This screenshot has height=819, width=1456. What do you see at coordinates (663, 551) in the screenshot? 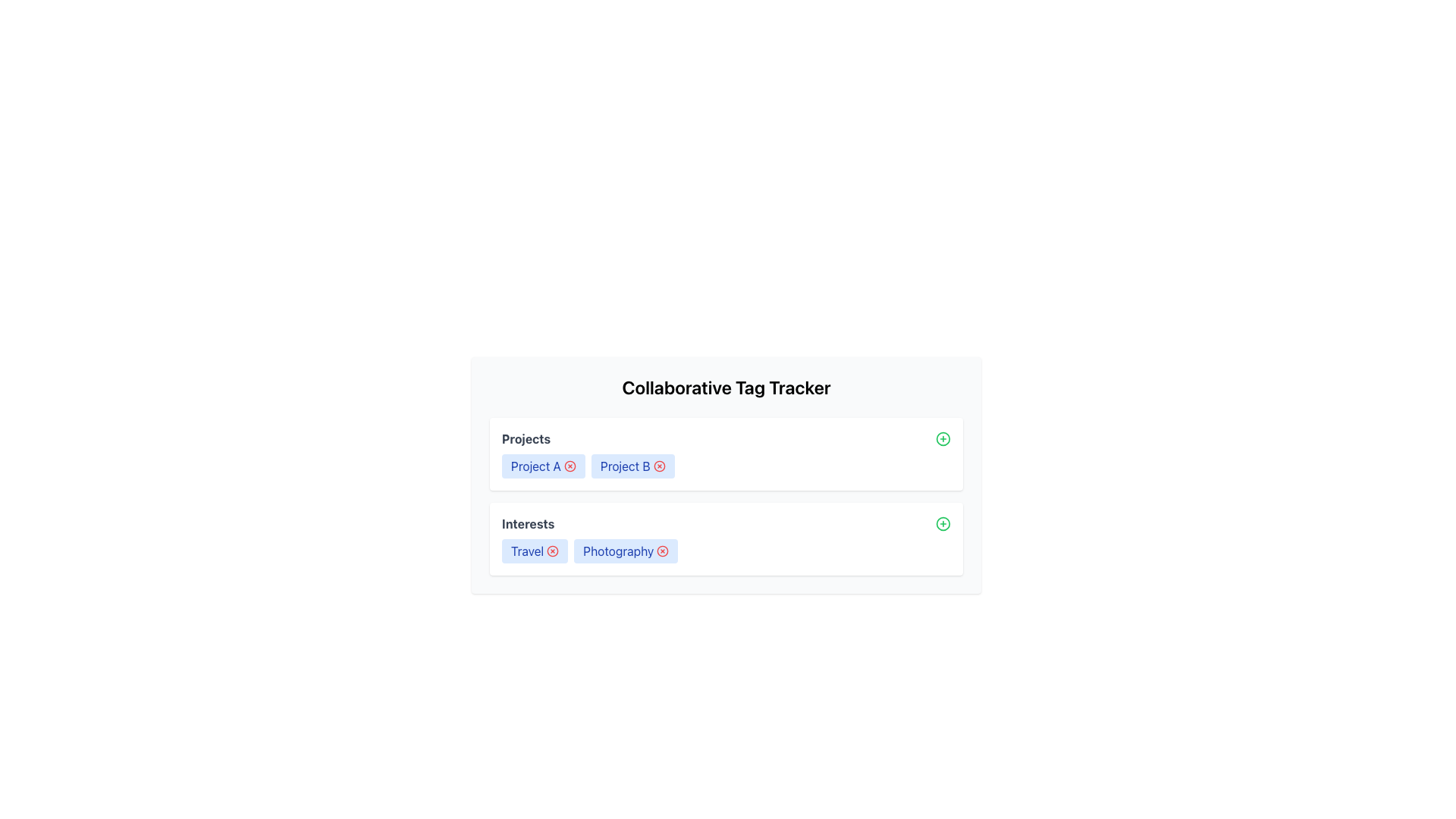
I see `the SVG Circle icon adjacent to the 'Photography' tag` at bounding box center [663, 551].